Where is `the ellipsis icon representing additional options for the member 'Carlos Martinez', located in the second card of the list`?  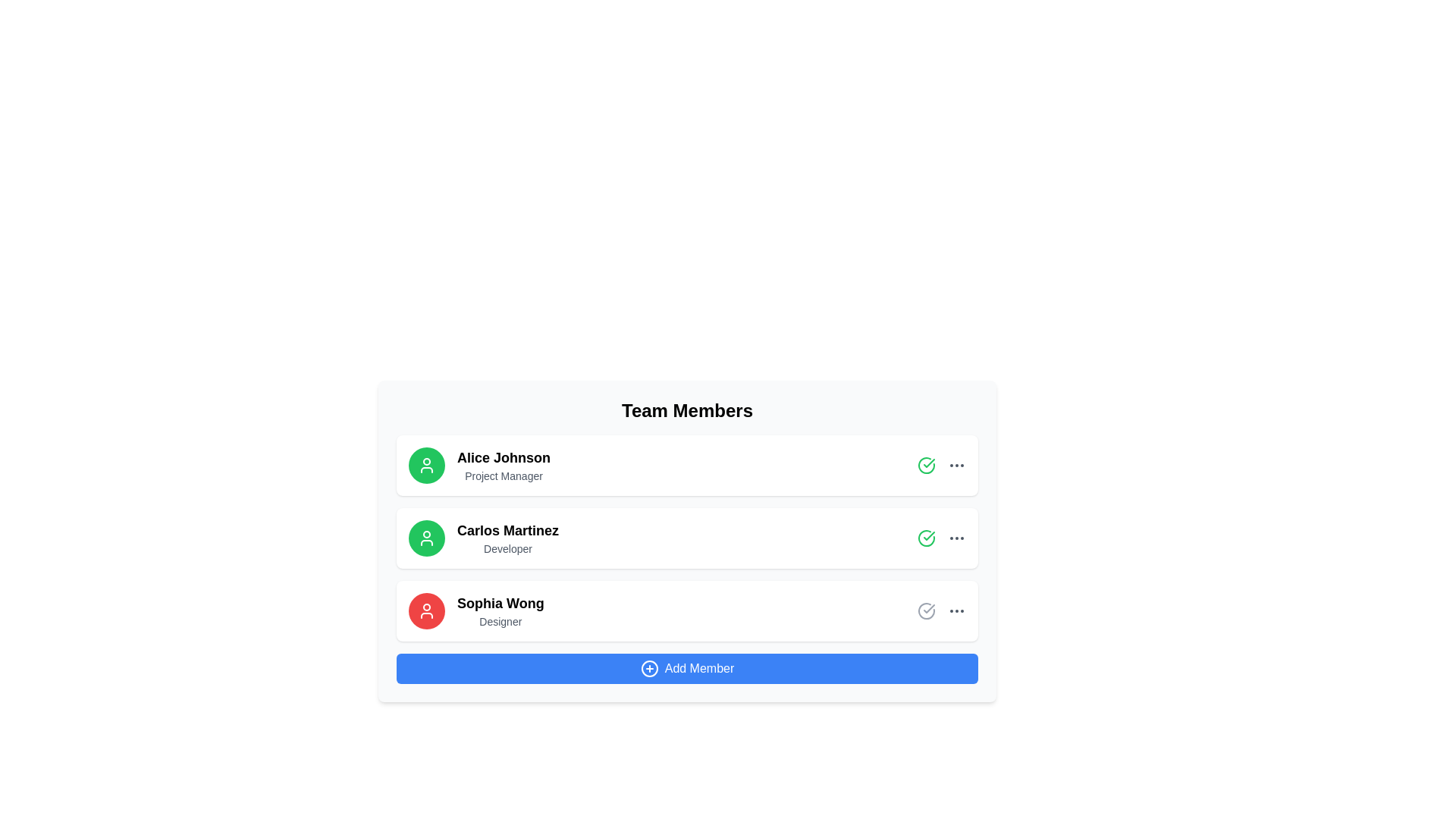
the ellipsis icon representing additional options for the member 'Carlos Martinez', located in the second card of the list is located at coordinates (956, 537).